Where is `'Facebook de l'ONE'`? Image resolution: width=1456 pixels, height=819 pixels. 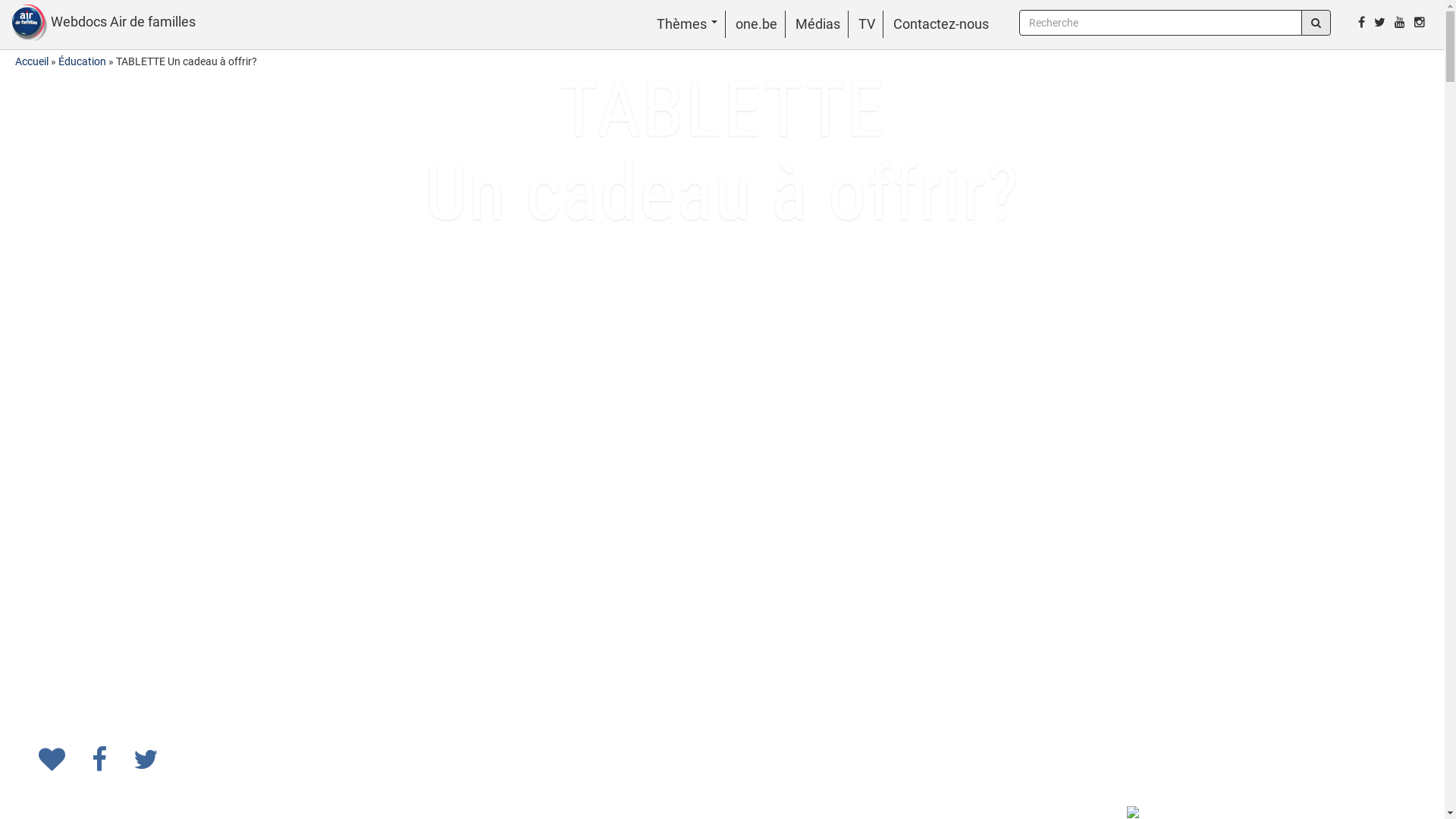
'Facebook de l'ONE' is located at coordinates (1361, 22).